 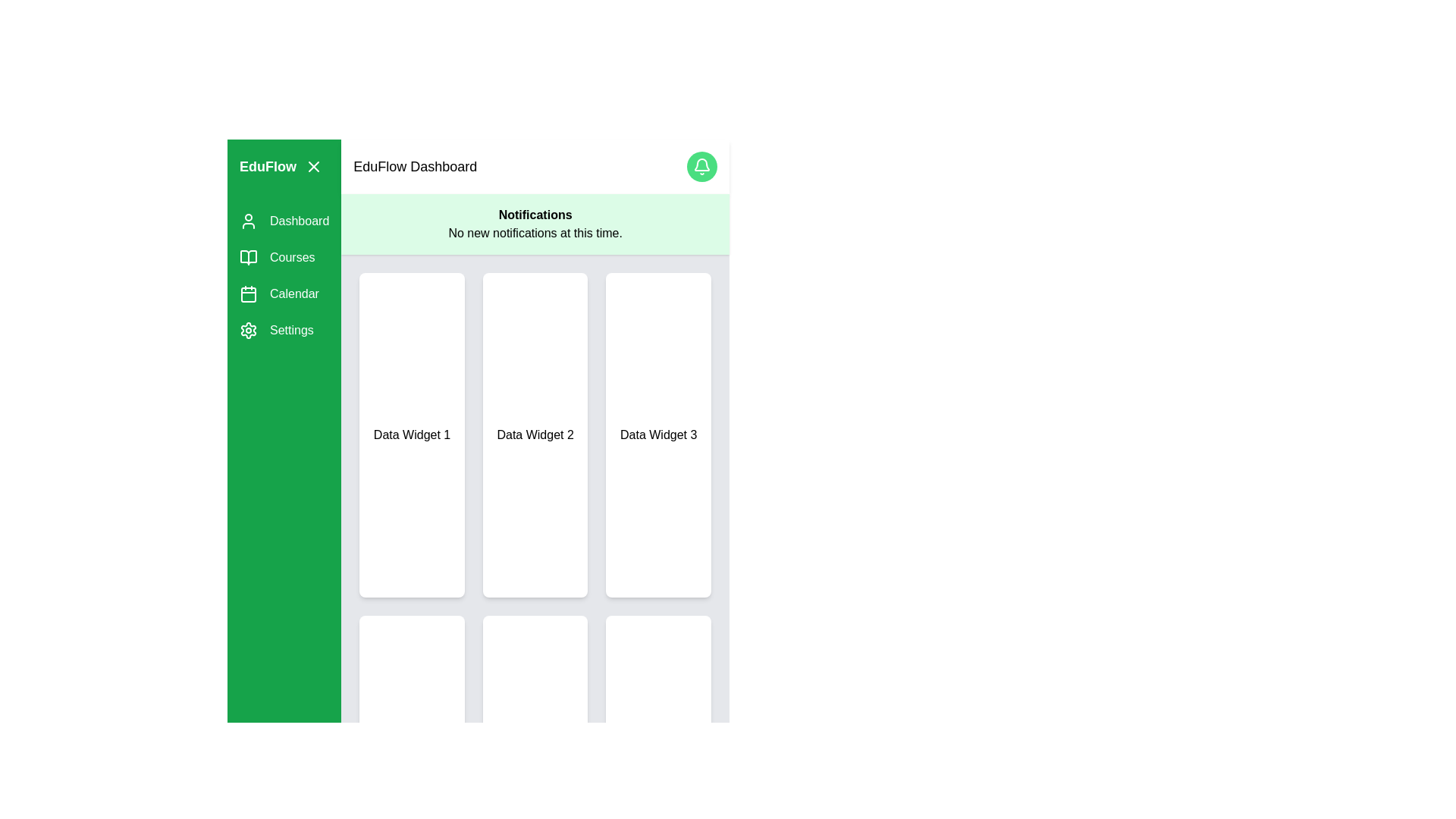 I want to click on the 'Settings' label located in the green sidebar, which is the fourth item in the vertical list of menu options, so click(x=291, y=329).